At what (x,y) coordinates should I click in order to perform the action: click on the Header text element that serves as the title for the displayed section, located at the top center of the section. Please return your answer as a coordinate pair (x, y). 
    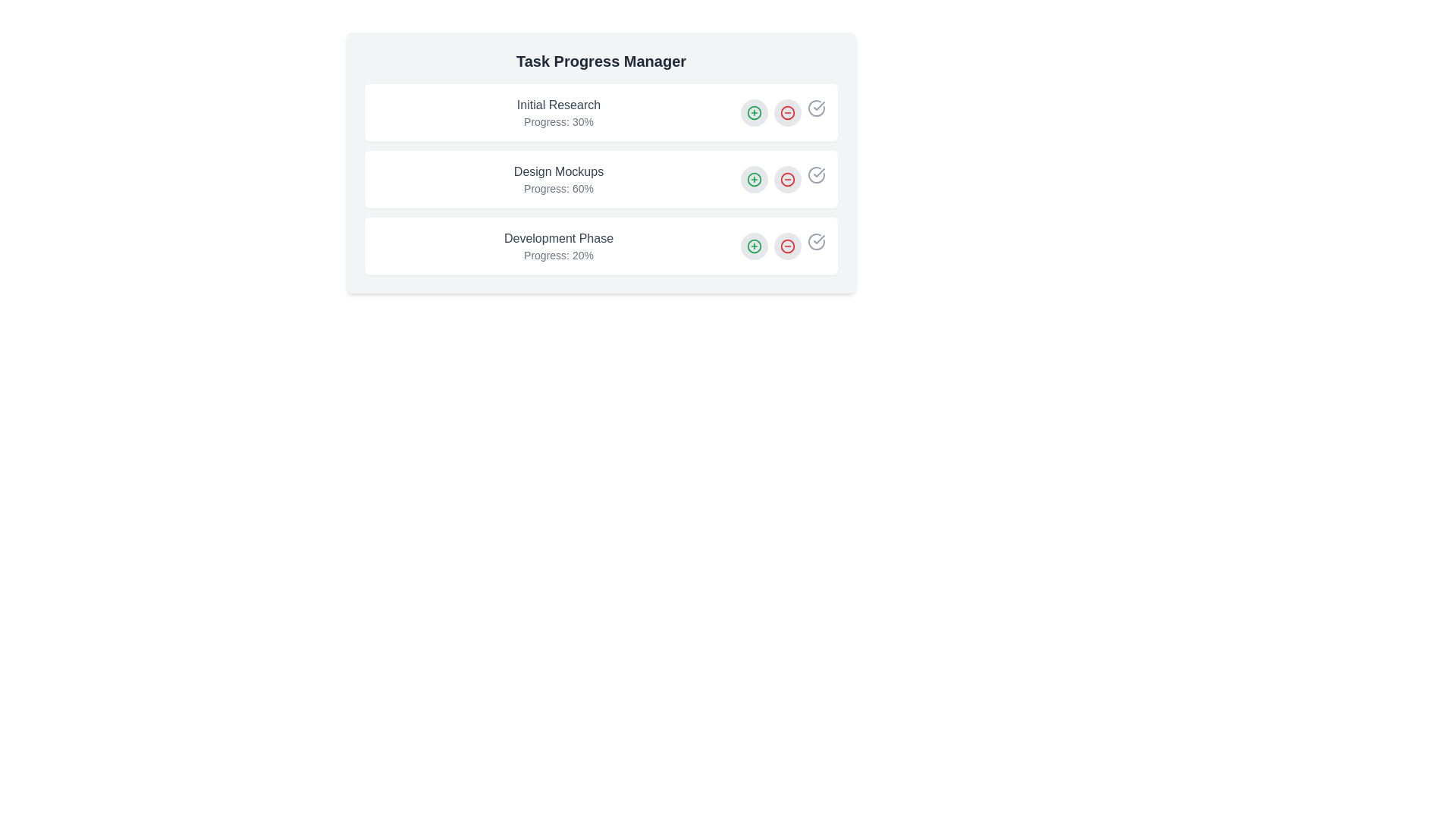
    Looking at the image, I should click on (600, 61).